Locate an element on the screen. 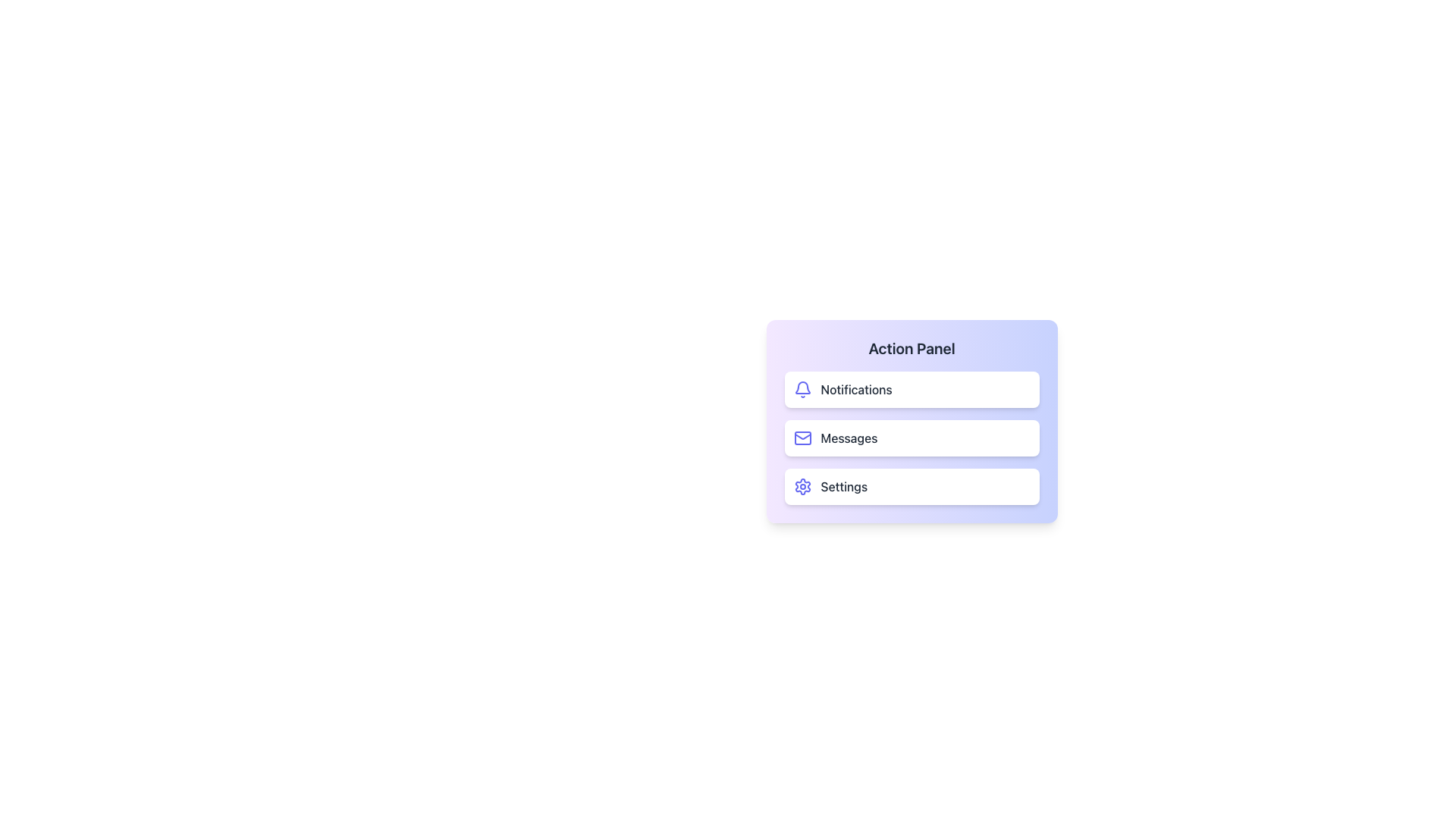 This screenshot has height=819, width=1456. the 'Messages' icon located in the action panel, which visually represents the concept of messages or mail, aligned to the left of the 'Messages' text is located at coordinates (802, 438).